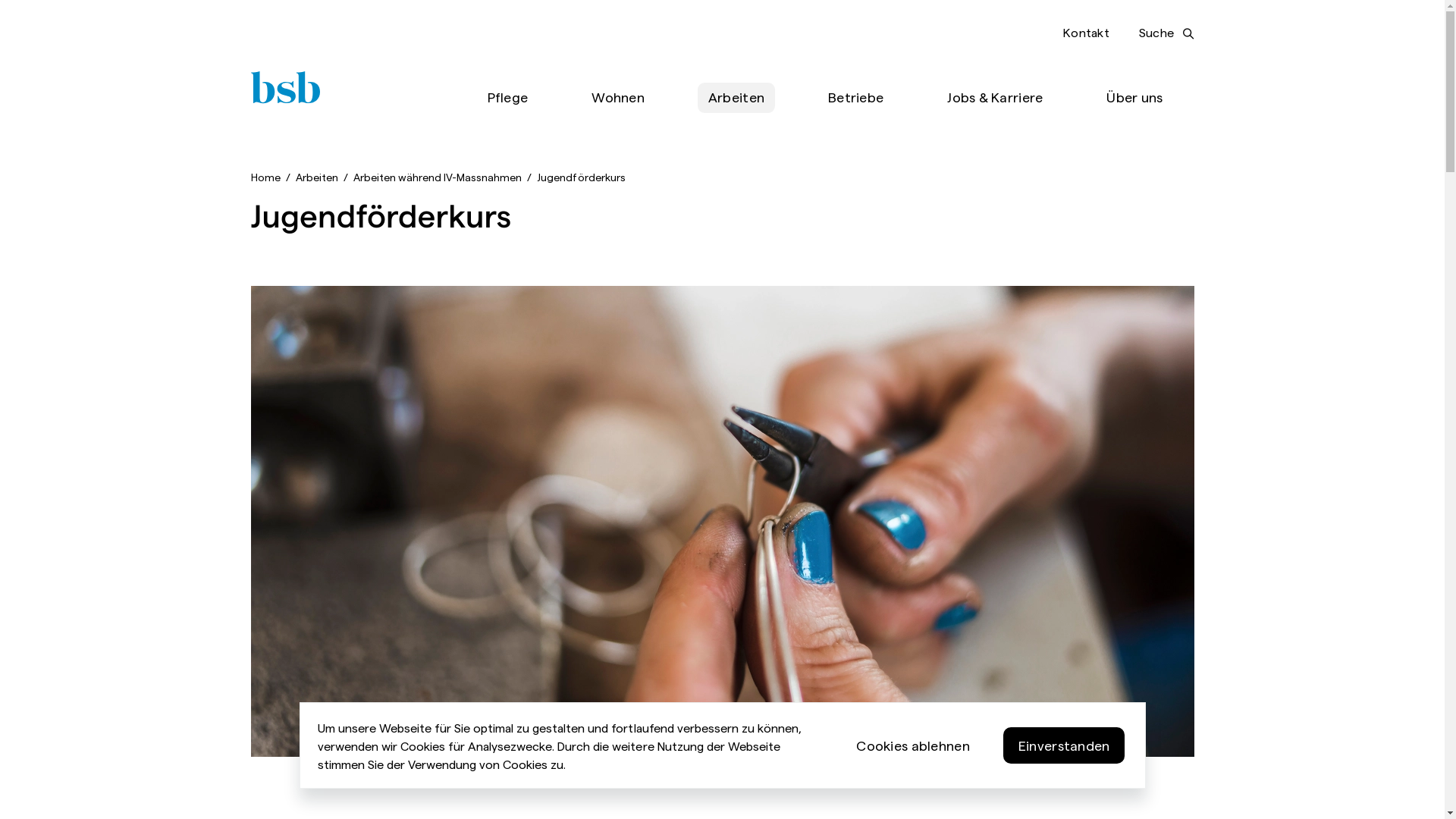  What do you see at coordinates (1166, 33) in the screenshot?
I see `'Suche'` at bounding box center [1166, 33].